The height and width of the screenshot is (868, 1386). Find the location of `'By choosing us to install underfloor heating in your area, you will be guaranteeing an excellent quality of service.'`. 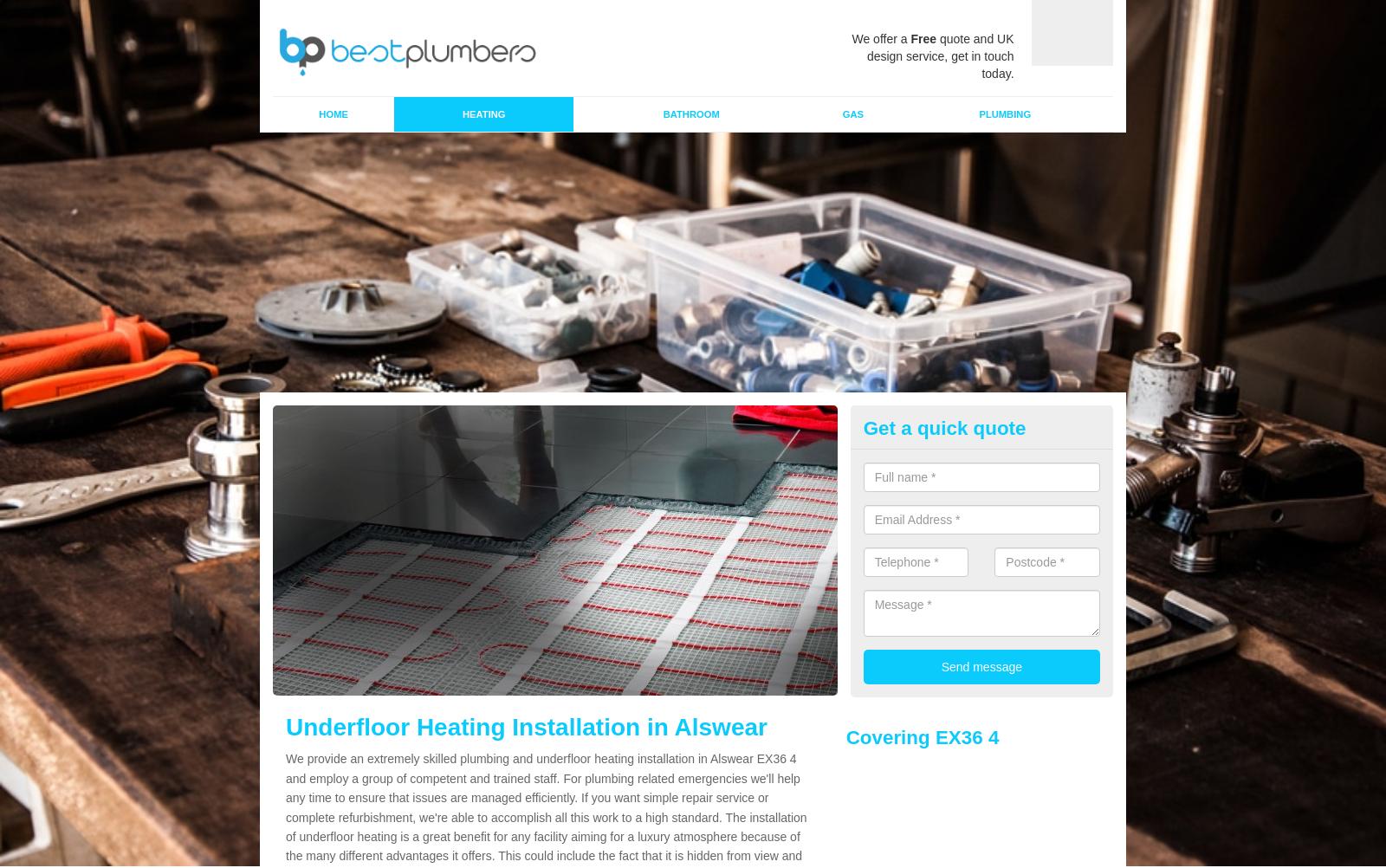

'By choosing us to install underfloor heating in your area, you will be guaranteeing an excellent quality of service.' is located at coordinates (595, 753).